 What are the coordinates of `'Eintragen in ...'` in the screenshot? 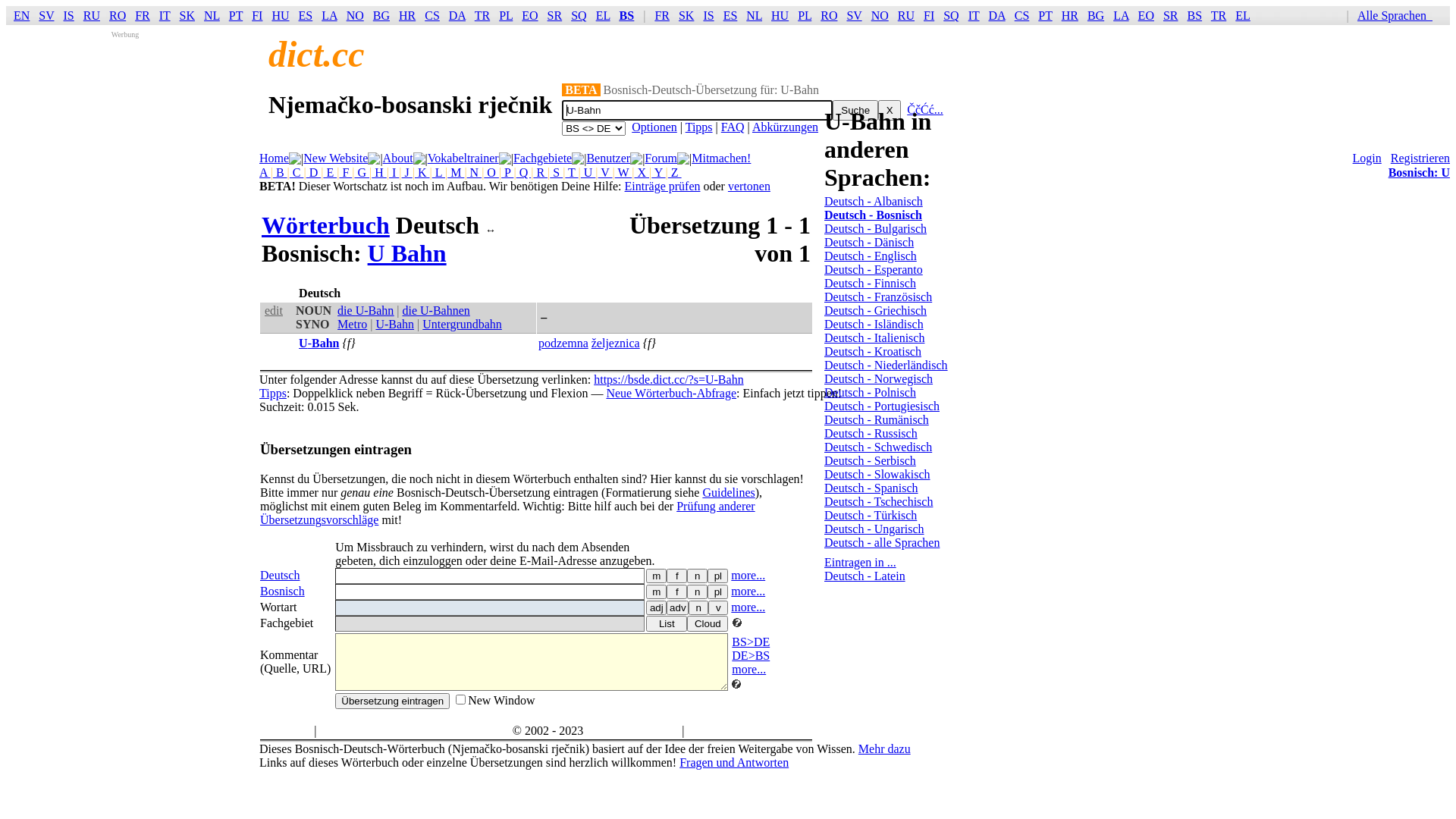 It's located at (823, 562).